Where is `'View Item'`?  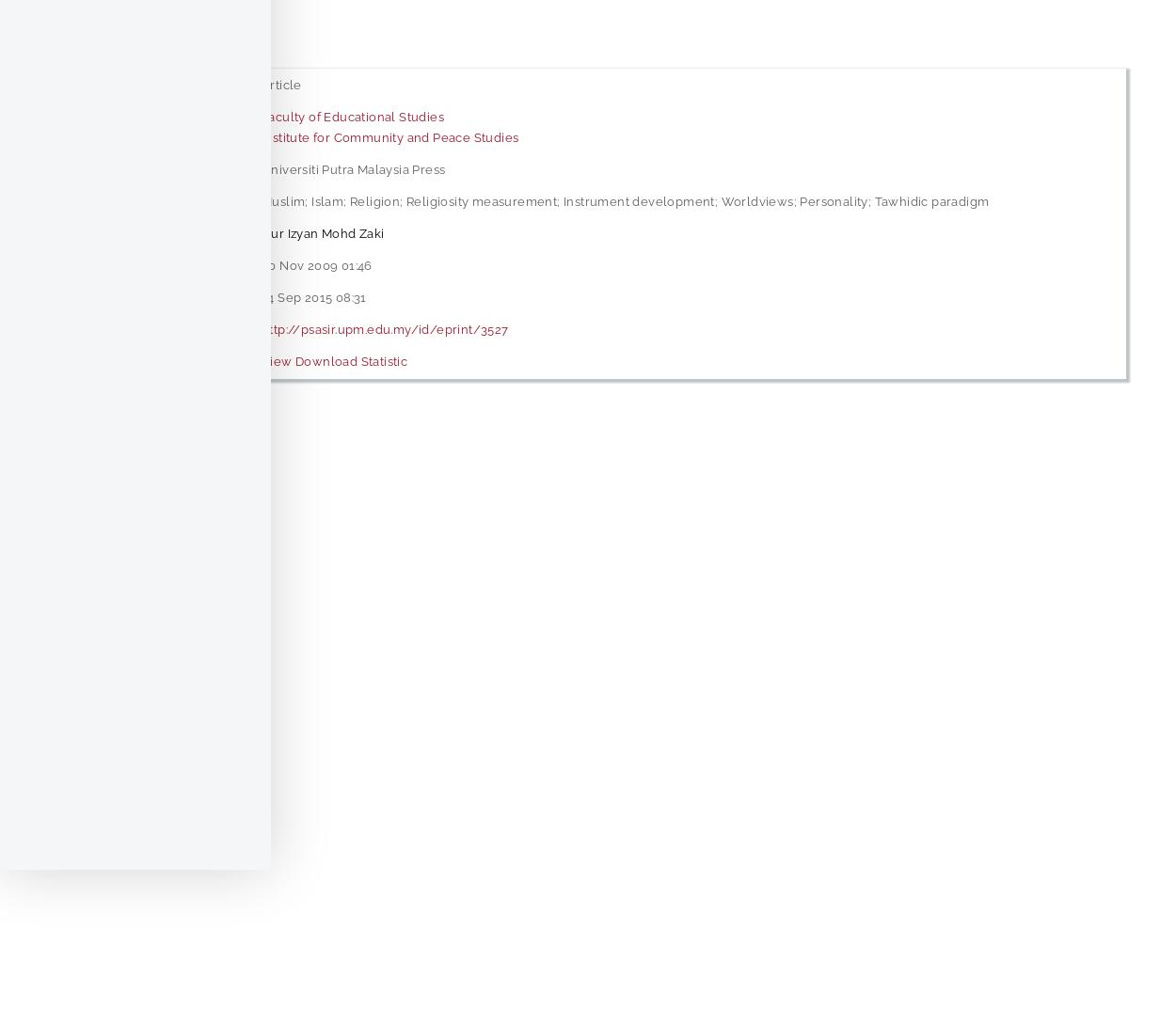
'View Item' is located at coordinates (107, 457).